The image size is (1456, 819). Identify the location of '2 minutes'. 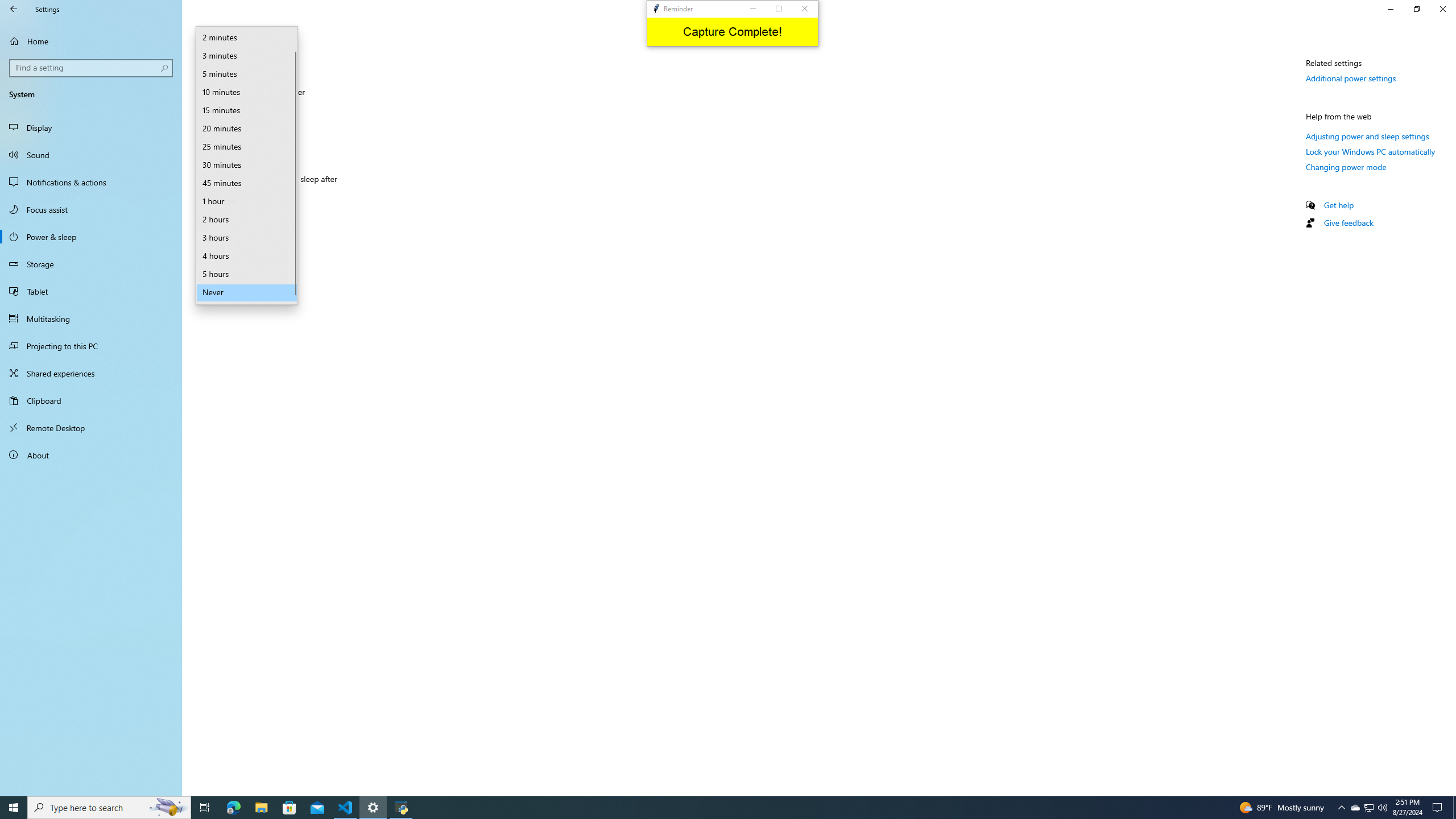
(246, 37).